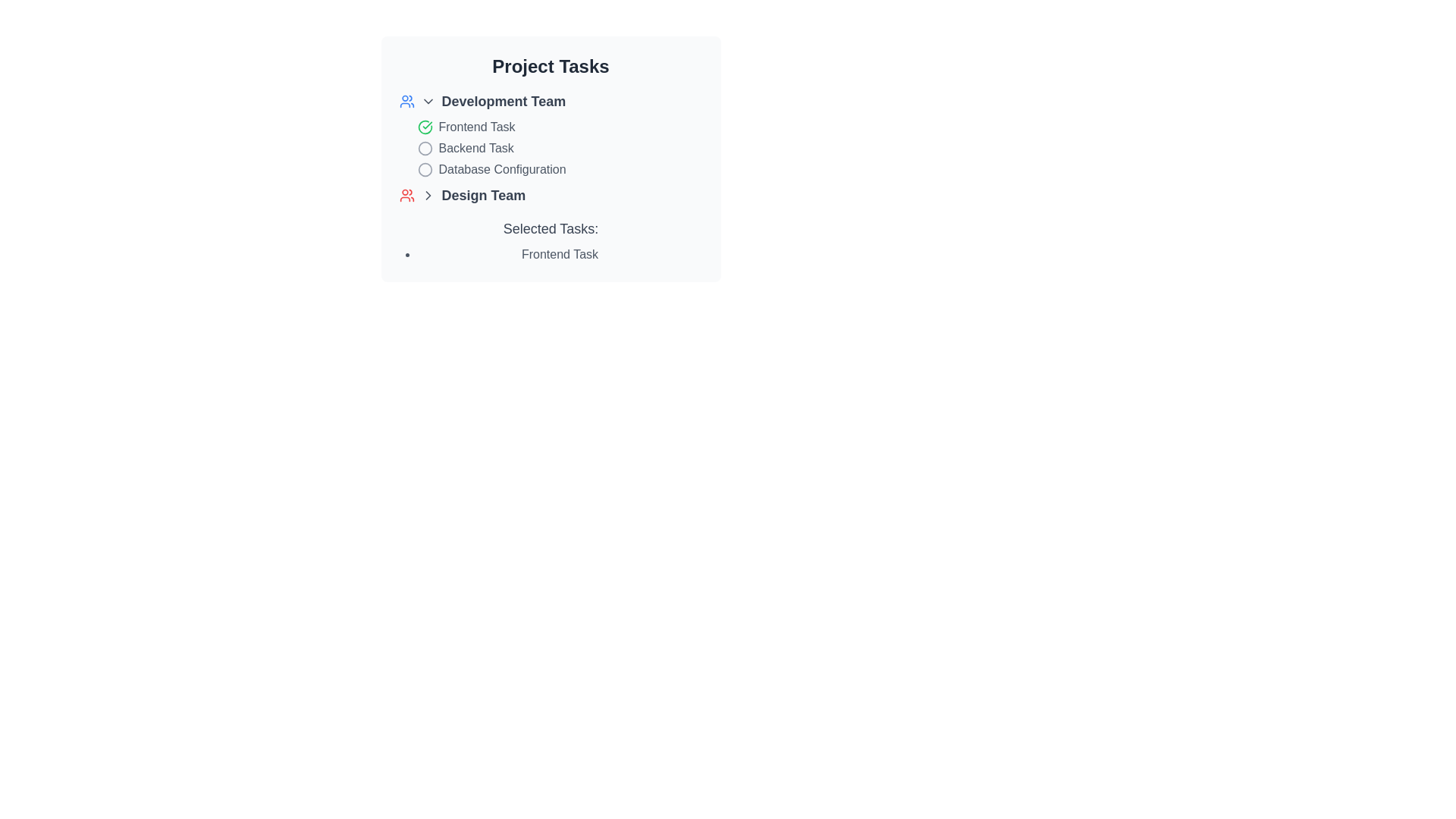  Describe the element at coordinates (425, 127) in the screenshot. I see `the confirmation checkmark icon, which is a small circular icon with a green outline located to the left of the text 'Frontend Task'` at that location.